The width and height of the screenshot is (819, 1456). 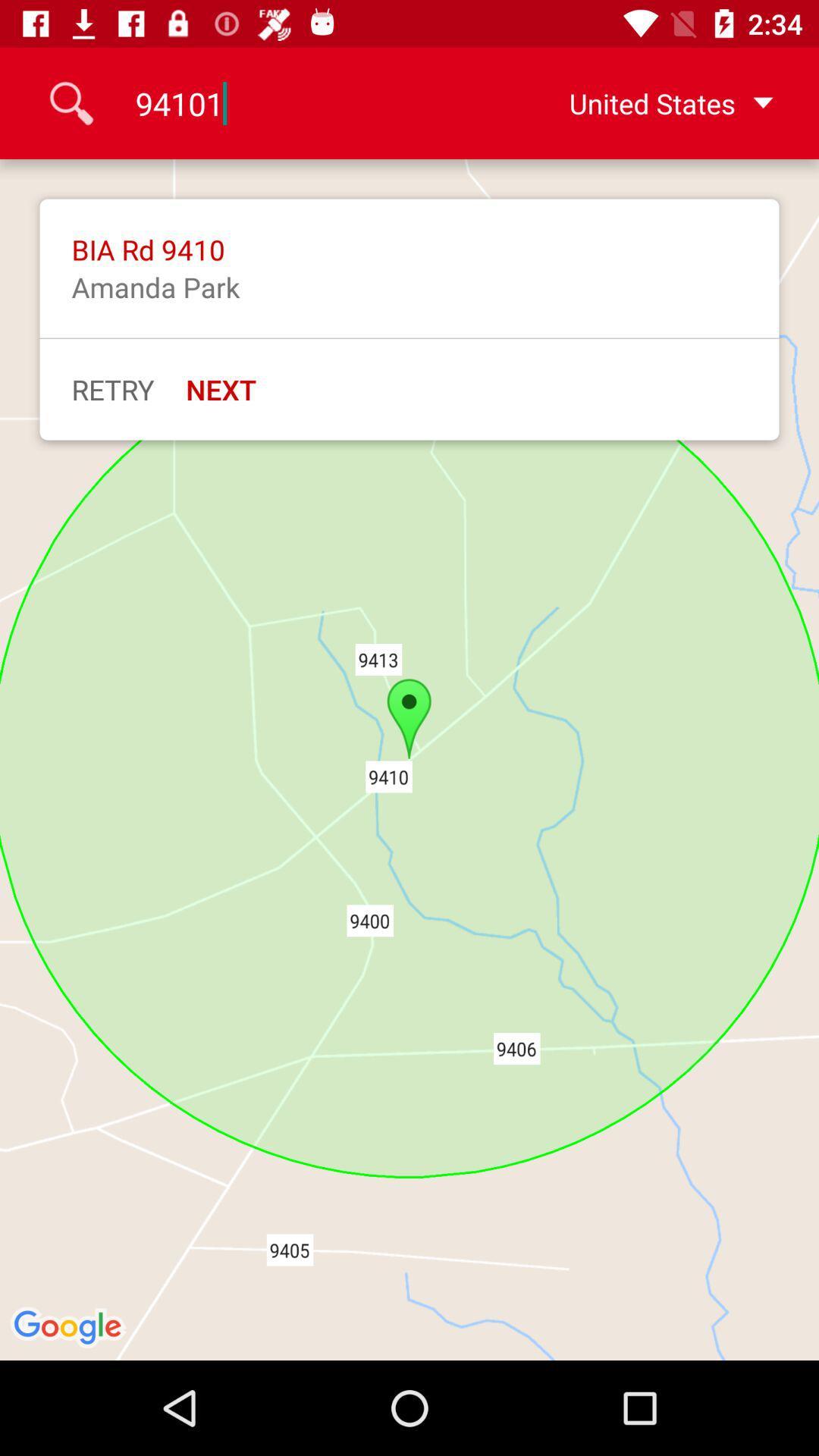 What do you see at coordinates (221, 389) in the screenshot?
I see `the next item` at bounding box center [221, 389].